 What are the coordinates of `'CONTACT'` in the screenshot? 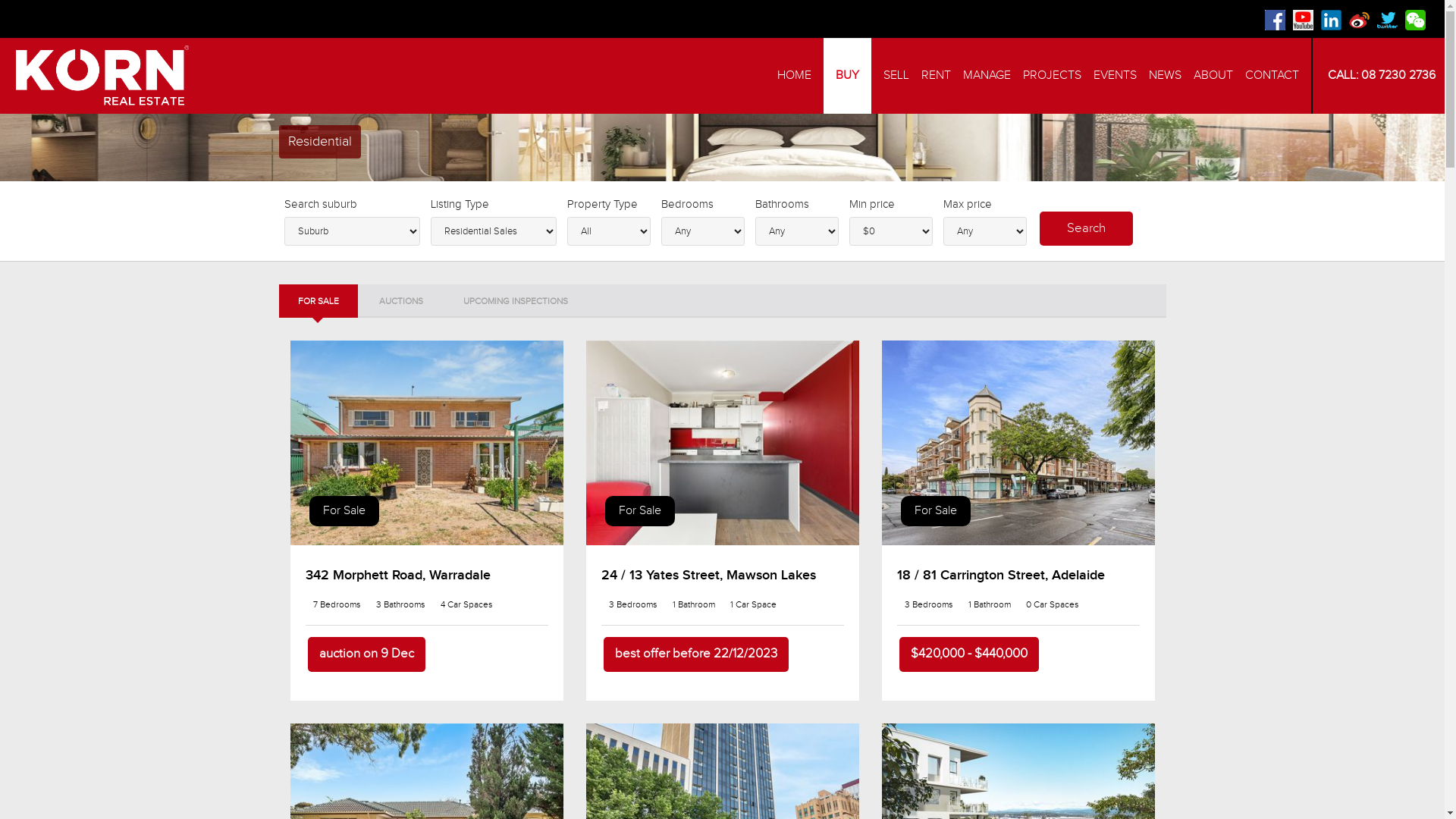 It's located at (1272, 76).